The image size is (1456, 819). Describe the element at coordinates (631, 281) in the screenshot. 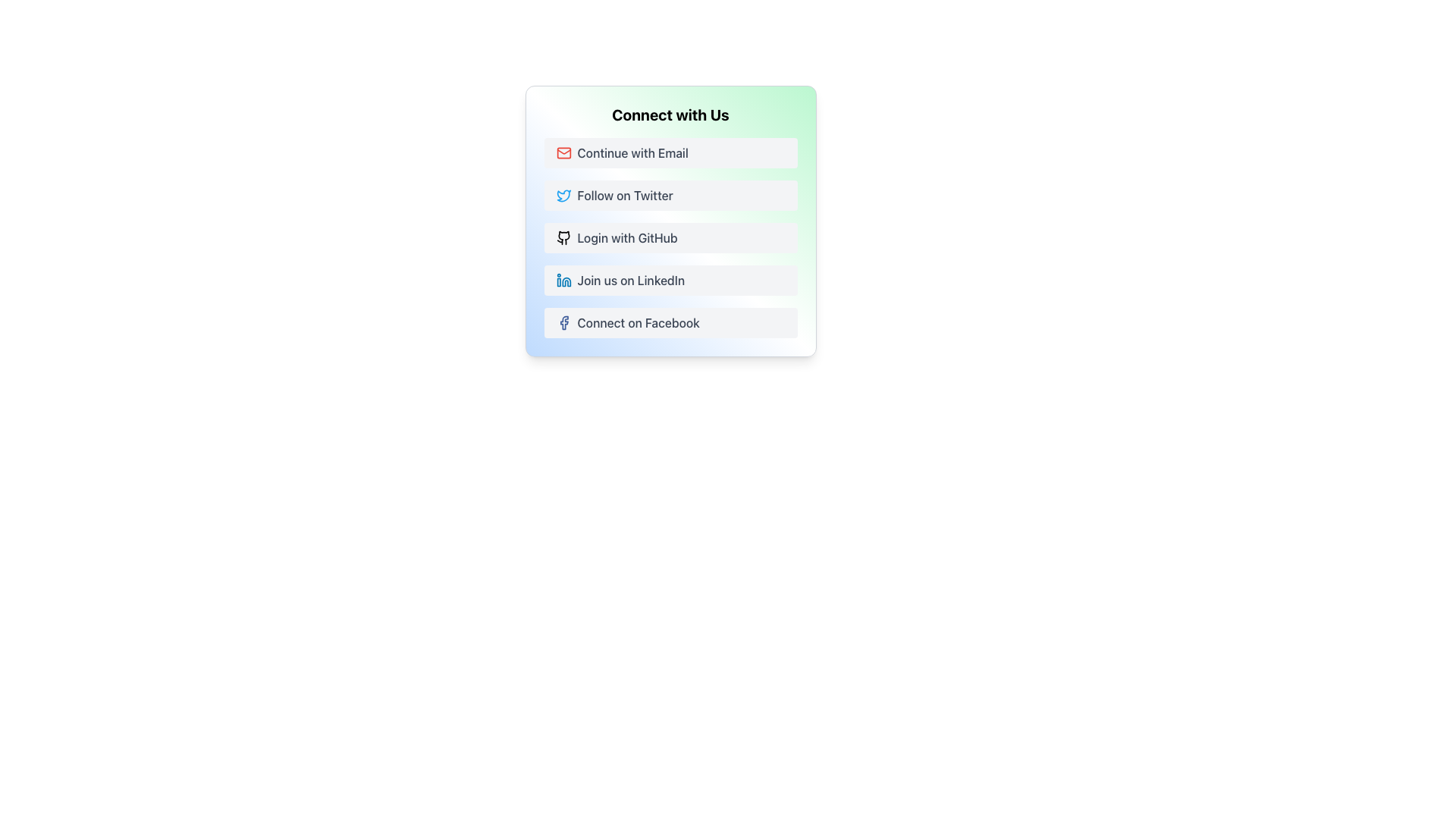

I see `the text label within the button that redirects users to a LinkedIn page, located to the right of the LinkedIn logo icon and fourth in a vertical list of similar buttons` at that location.